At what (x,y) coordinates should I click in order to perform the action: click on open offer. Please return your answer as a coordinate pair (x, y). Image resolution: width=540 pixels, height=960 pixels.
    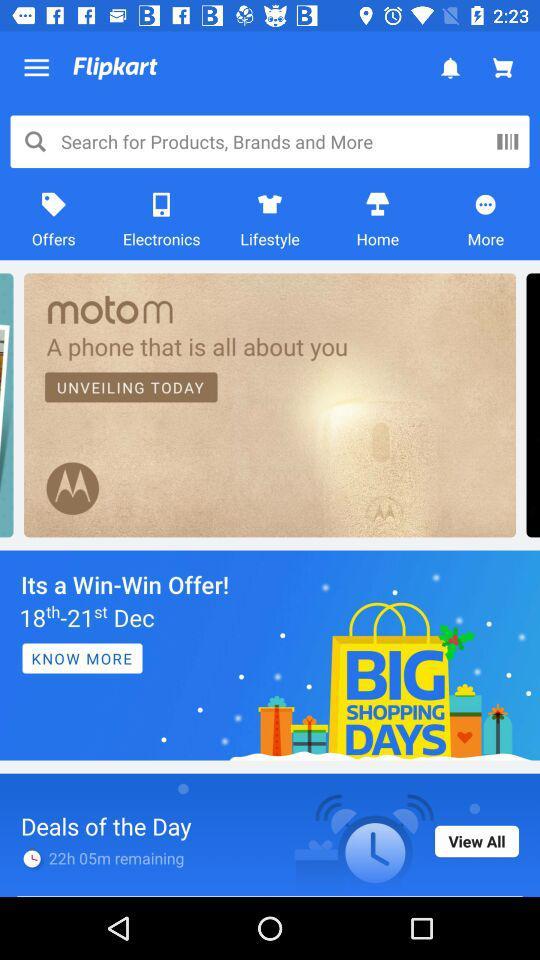
    Looking at the image, I should click on (270, 654).